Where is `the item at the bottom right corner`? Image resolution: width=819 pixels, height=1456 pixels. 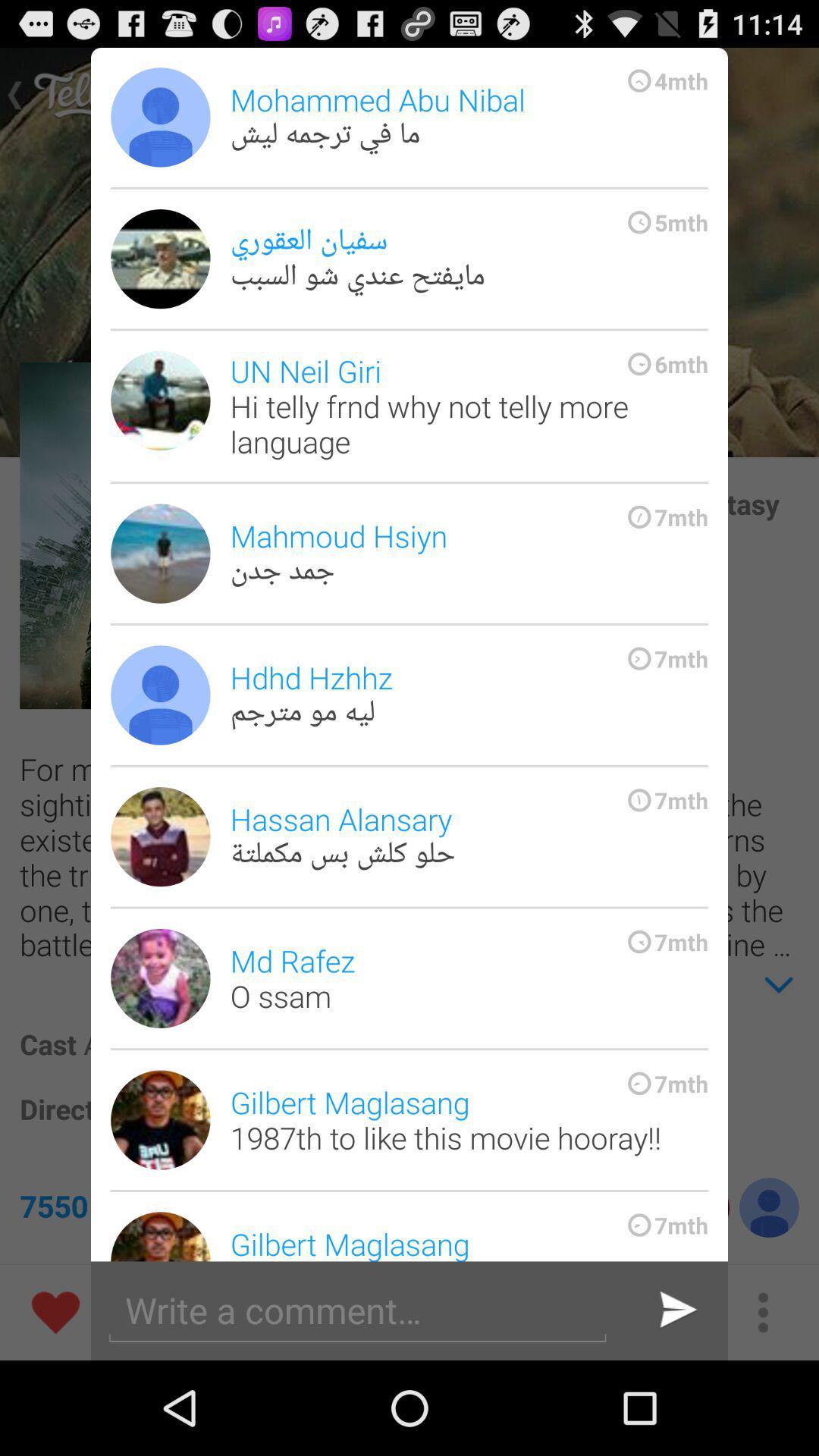
the item at the bottom right corner is located at coordinates (675, 1310).